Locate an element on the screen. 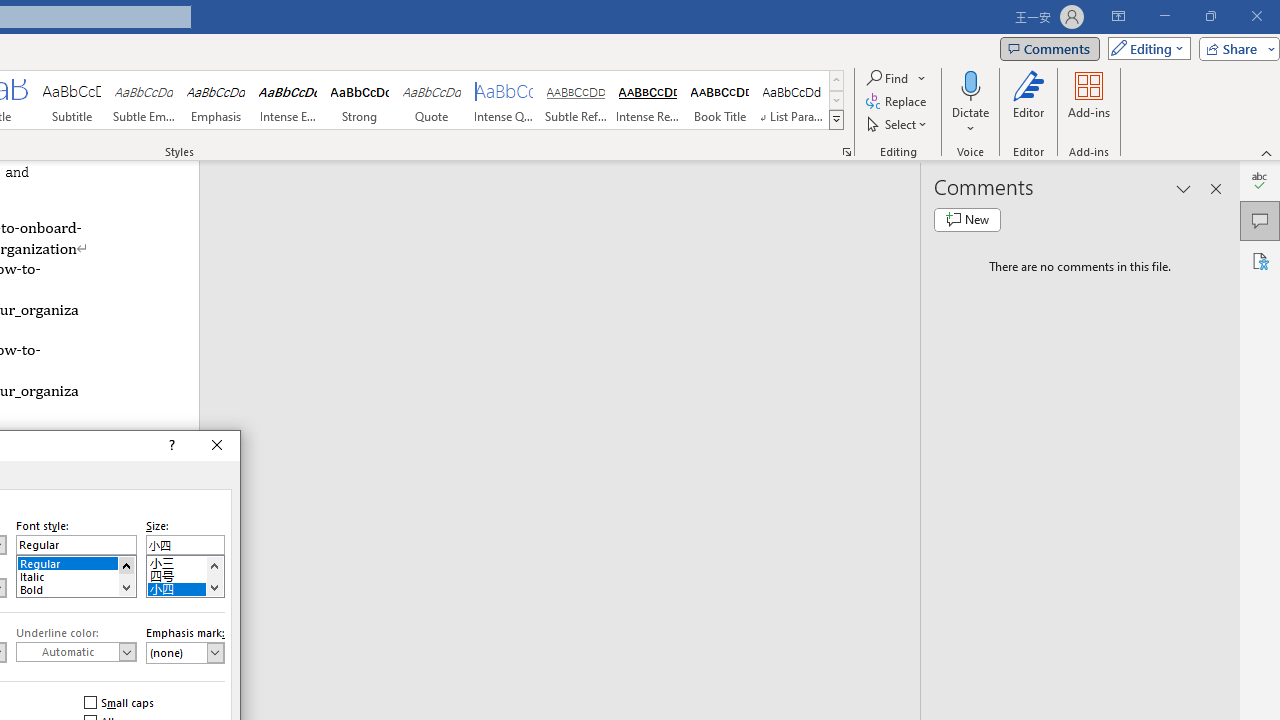 Image resolution: width=1280 pixels, height=720 pixels. 'Intense Quote' is located at coordinates (504, 100).